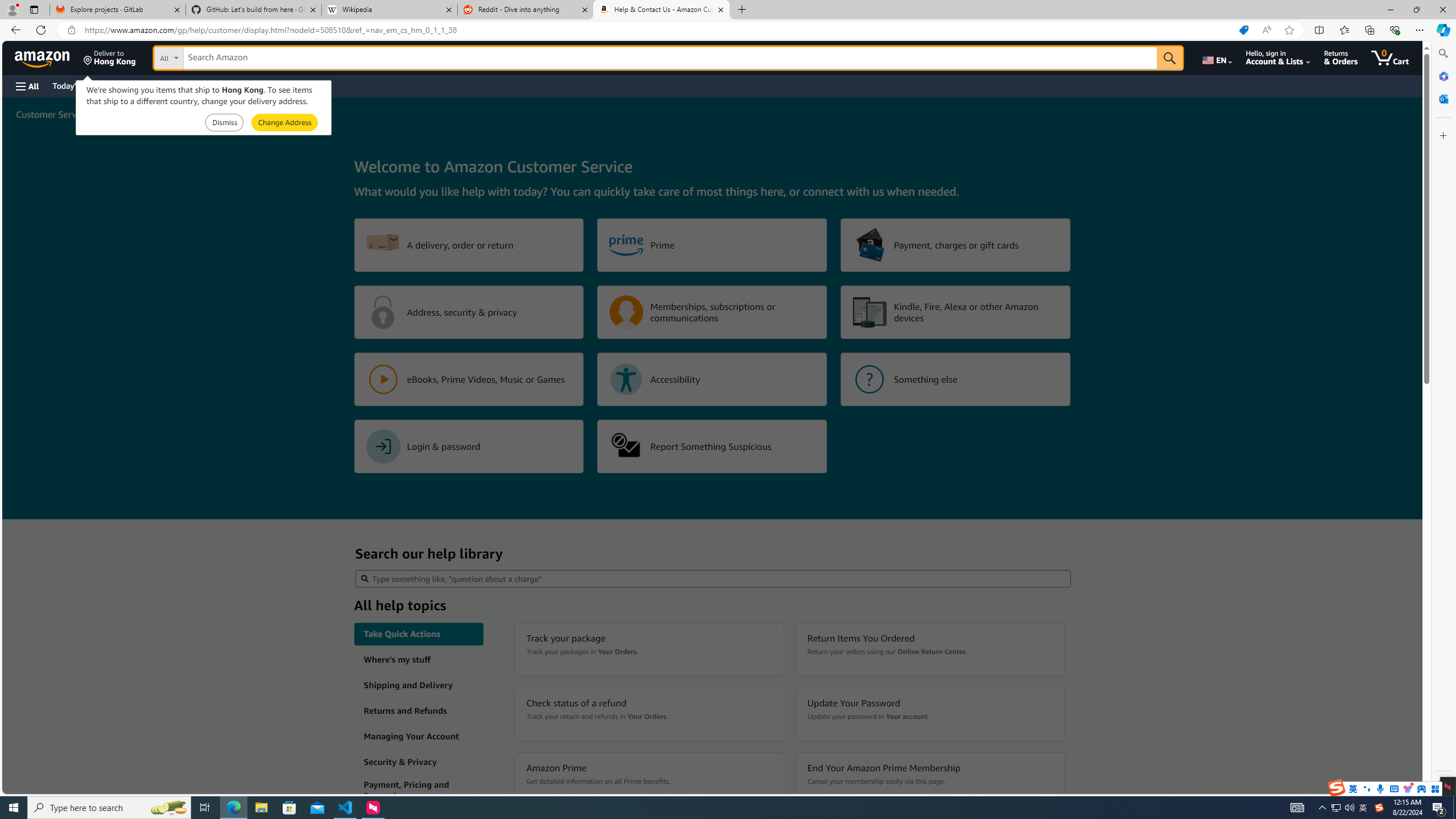 This screenshot has width=1456, height=819. Describe the element at coordinates (52, 113) in the screenshot. I see `'Customer Service'` at that location.